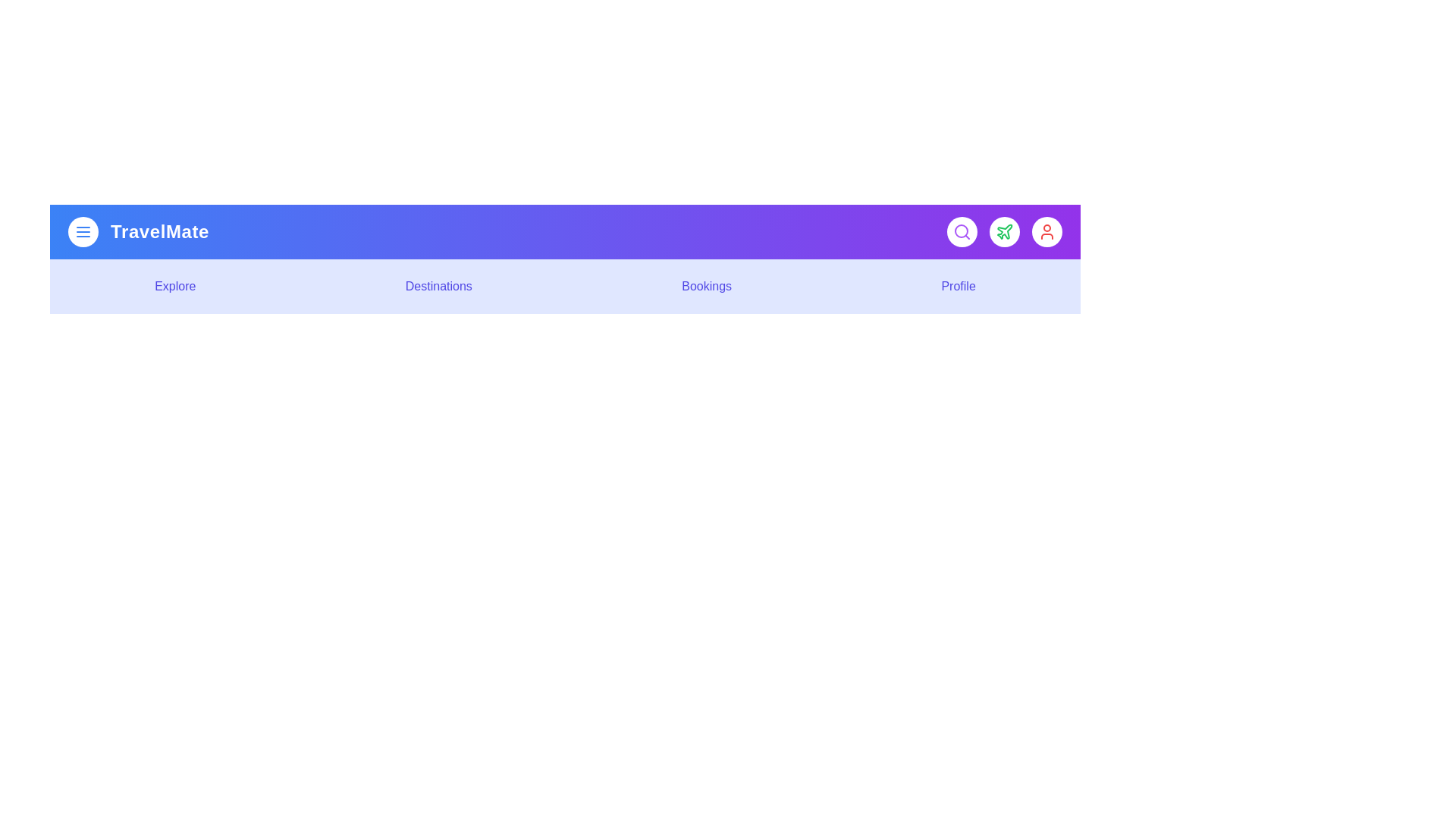 The image size is (1456, 819). Describe the element at coordinates (705, 287) in the screenshot. I see `the menu item Bookings to navigate to the corresponding section` at that location.